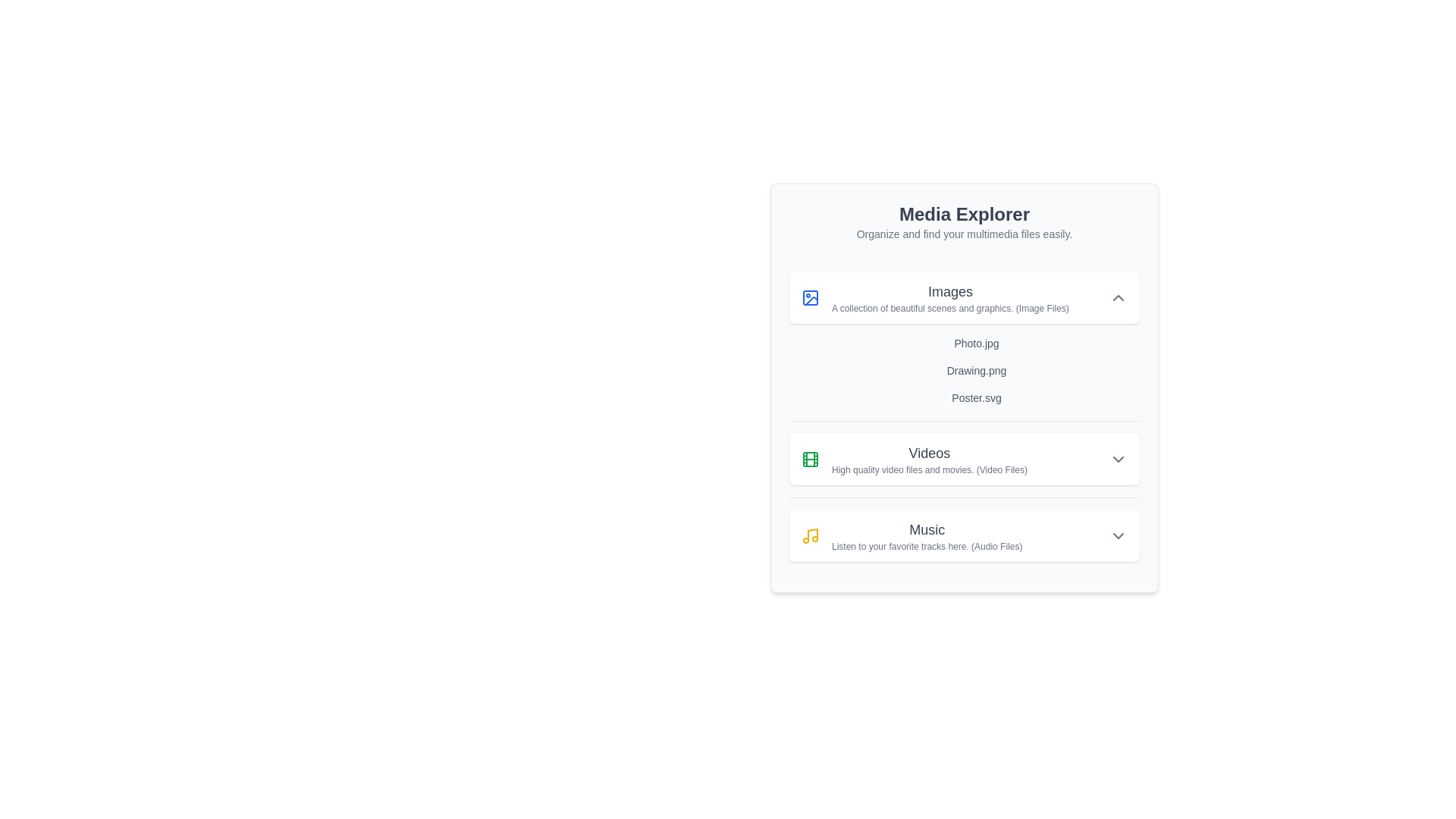 The image size is (1456, 819). Describe the element at coordinates (949, 308) in the screenshot. I see `the descriptive subtitle for the 'Images' category in the Media Explorer section, located centrally below the title text 'Images'` at that location.